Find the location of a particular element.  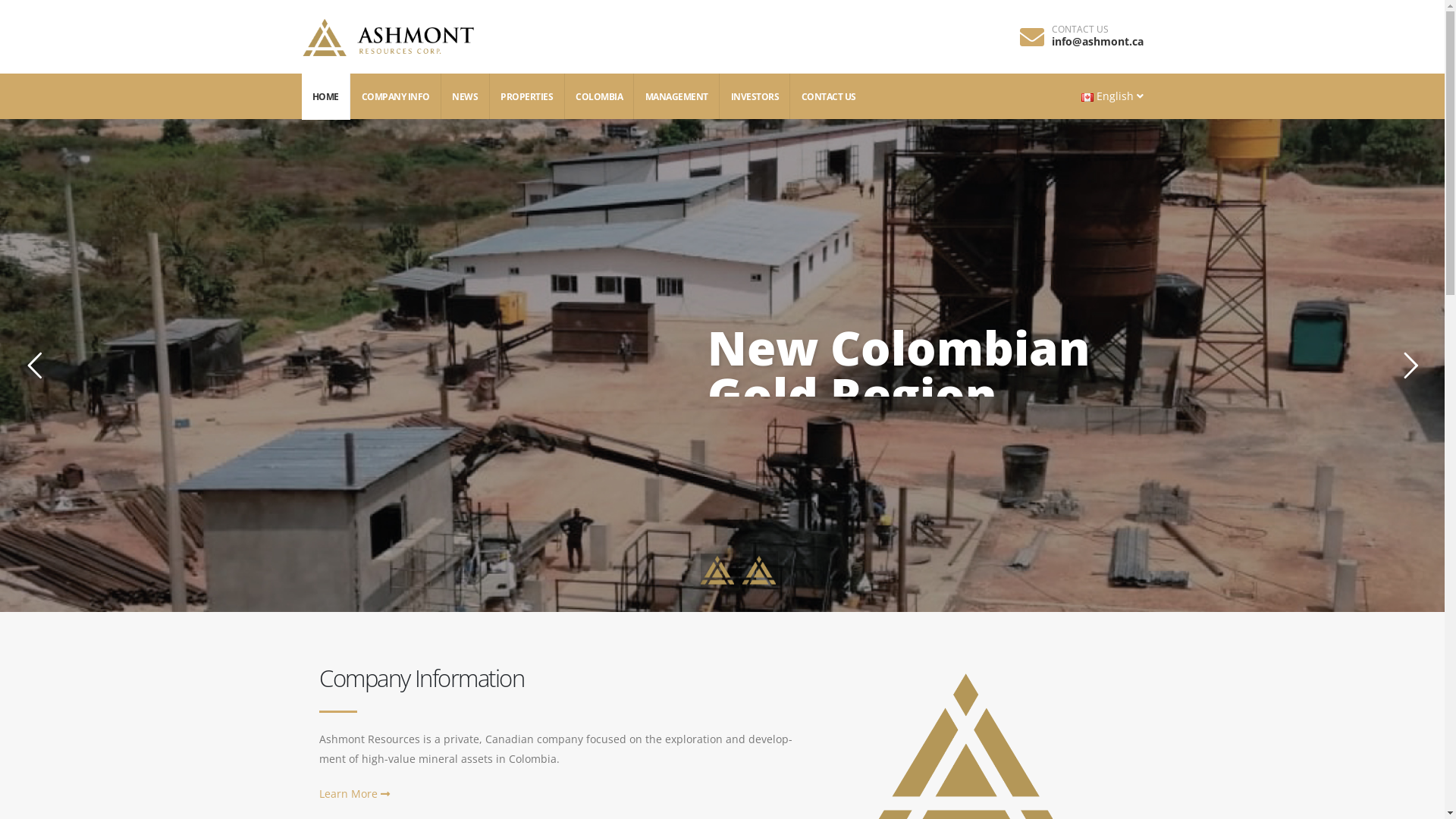

'NEWS' is located at coordinates (465, 96).